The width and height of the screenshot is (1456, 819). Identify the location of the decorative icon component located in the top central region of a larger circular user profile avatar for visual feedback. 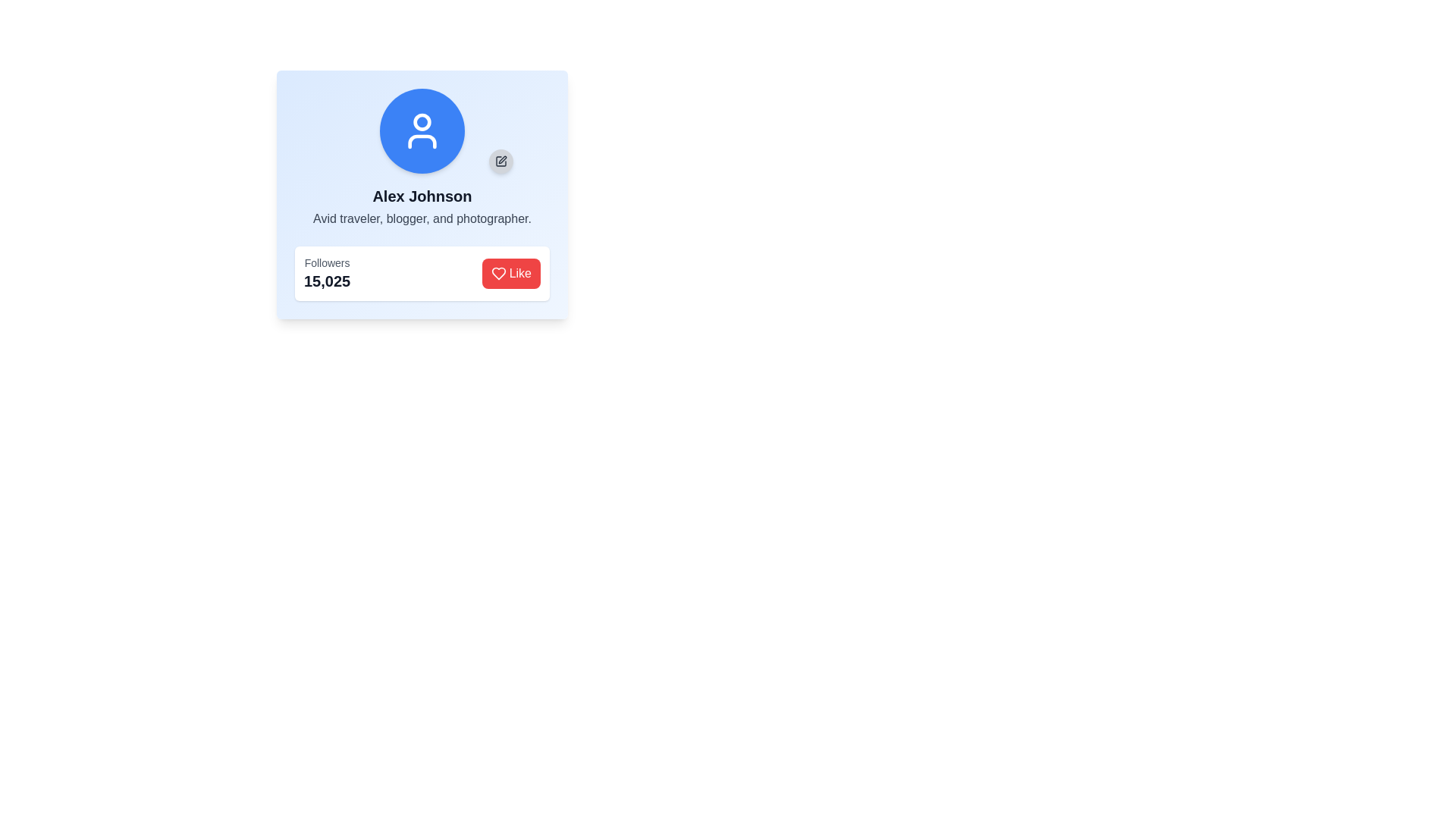
(422, 121).